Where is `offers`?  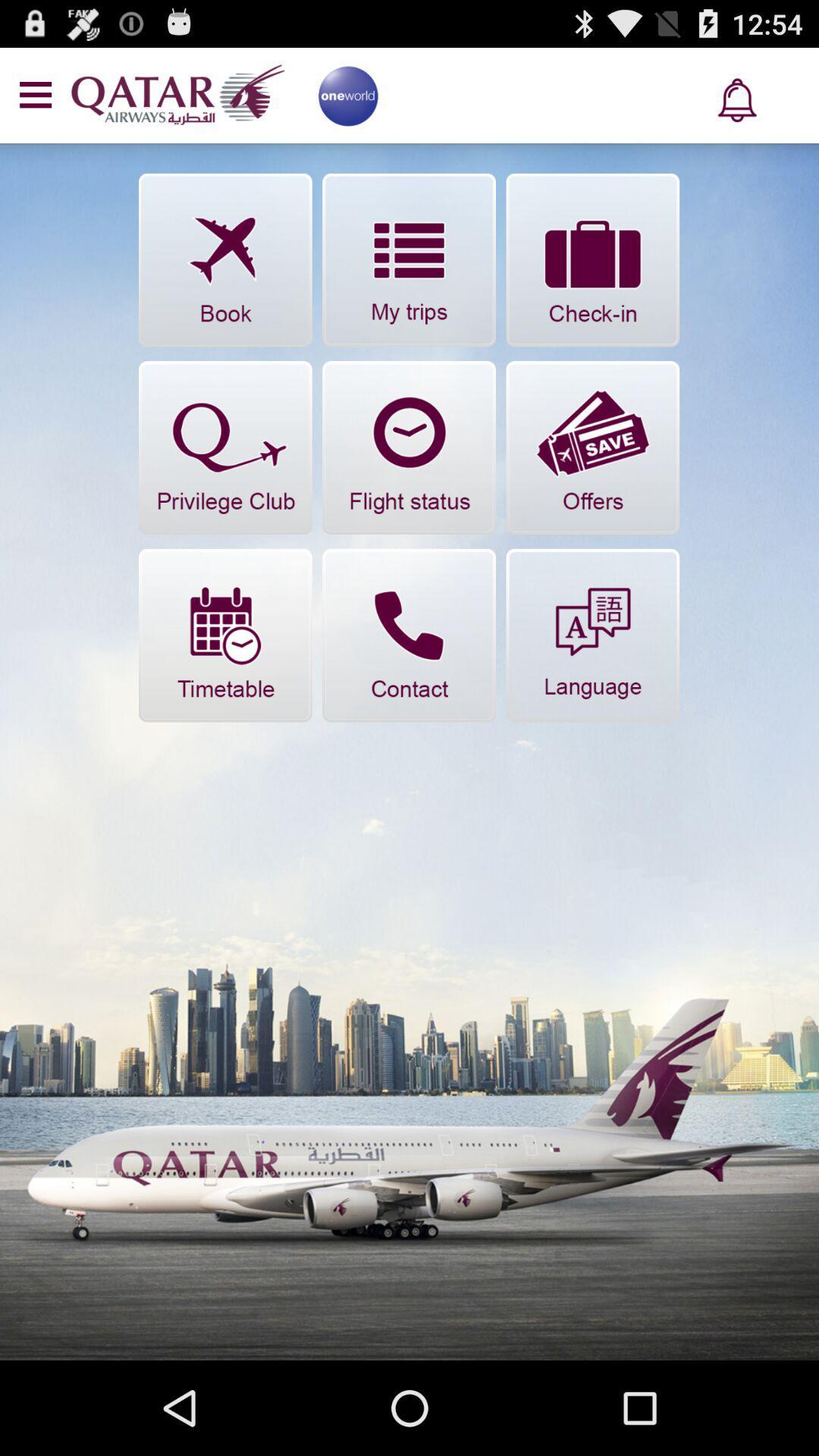
offers is located at coordinates (591, 447).